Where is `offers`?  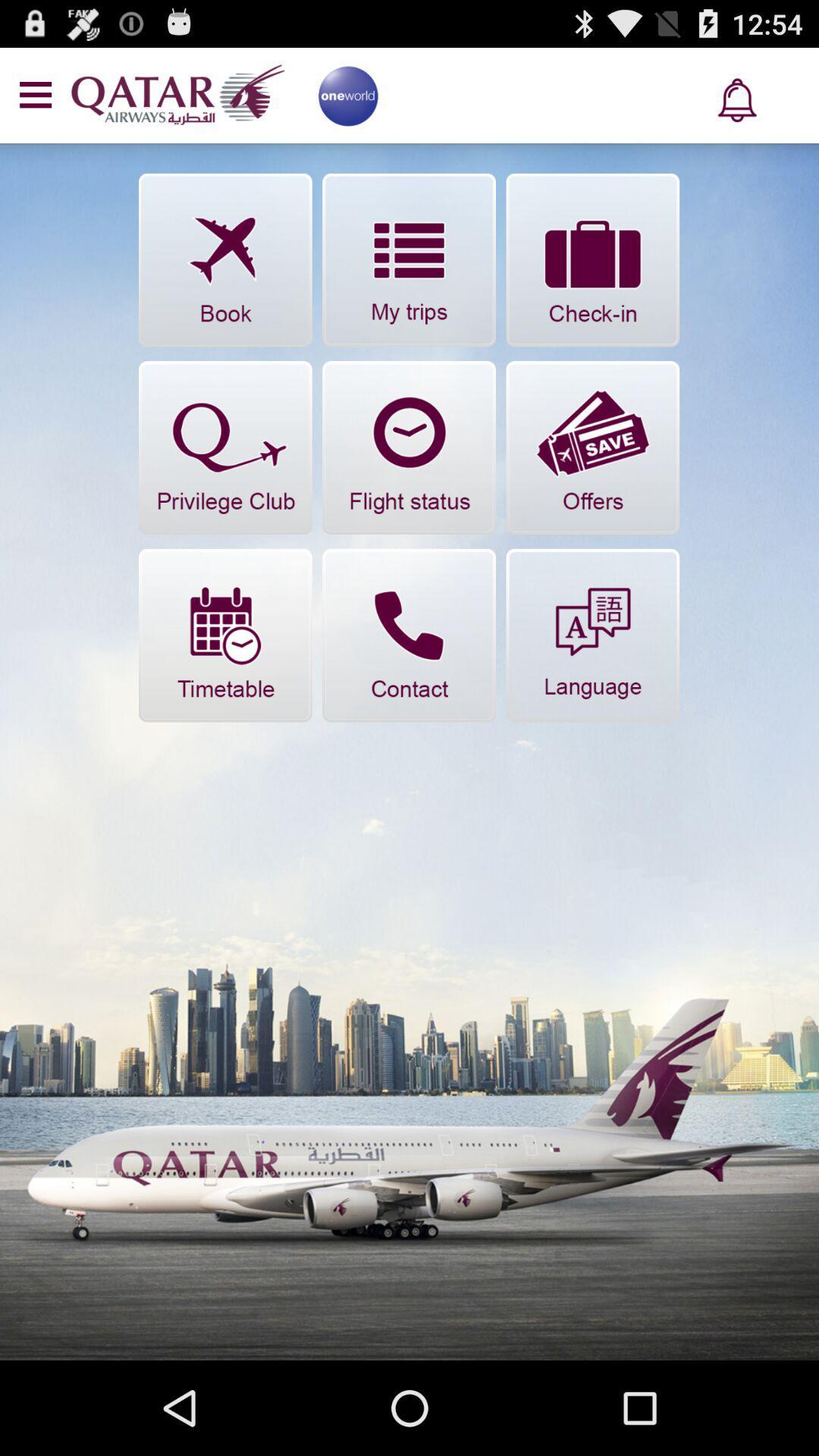
offers is located at coordinates (591, 447).